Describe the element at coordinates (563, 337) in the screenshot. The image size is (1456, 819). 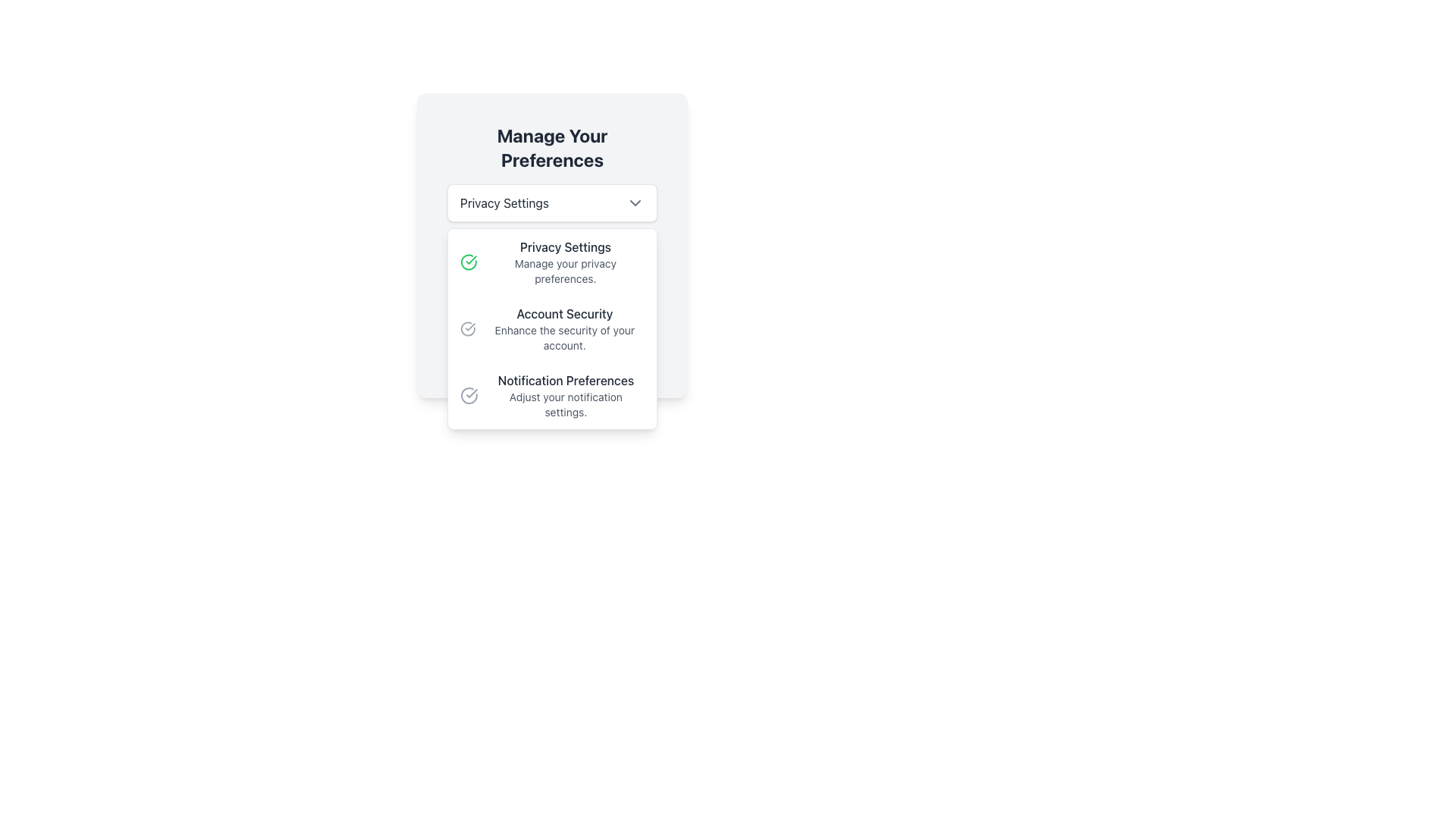
I see `the supplementary description text label for the 'Account Security' section, which is positioned below the bold text 'Account Security' in a settings panel` at that location.